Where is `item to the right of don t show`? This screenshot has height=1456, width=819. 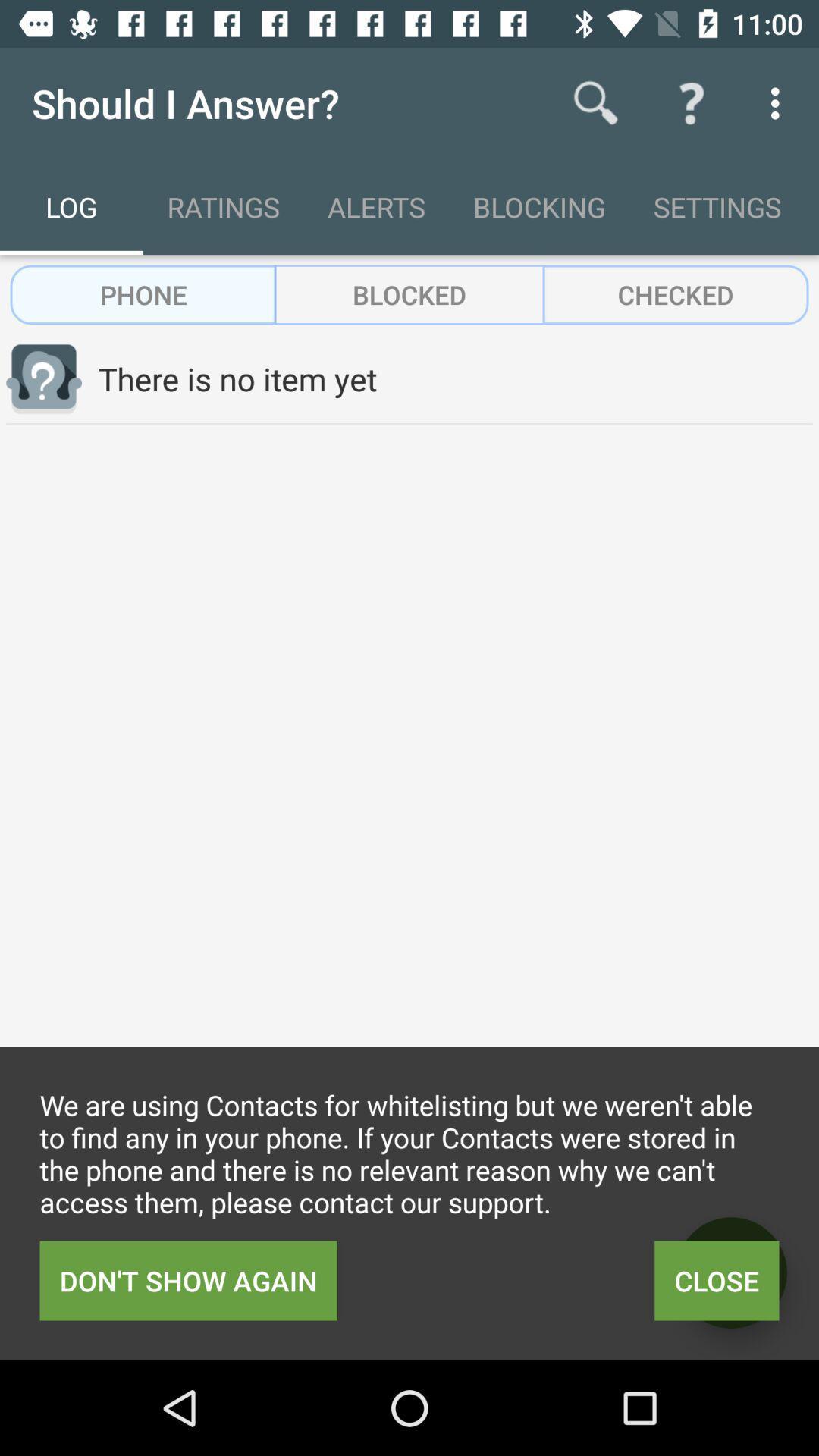 item to the right of don t show is located at coordinates (730, 1272).